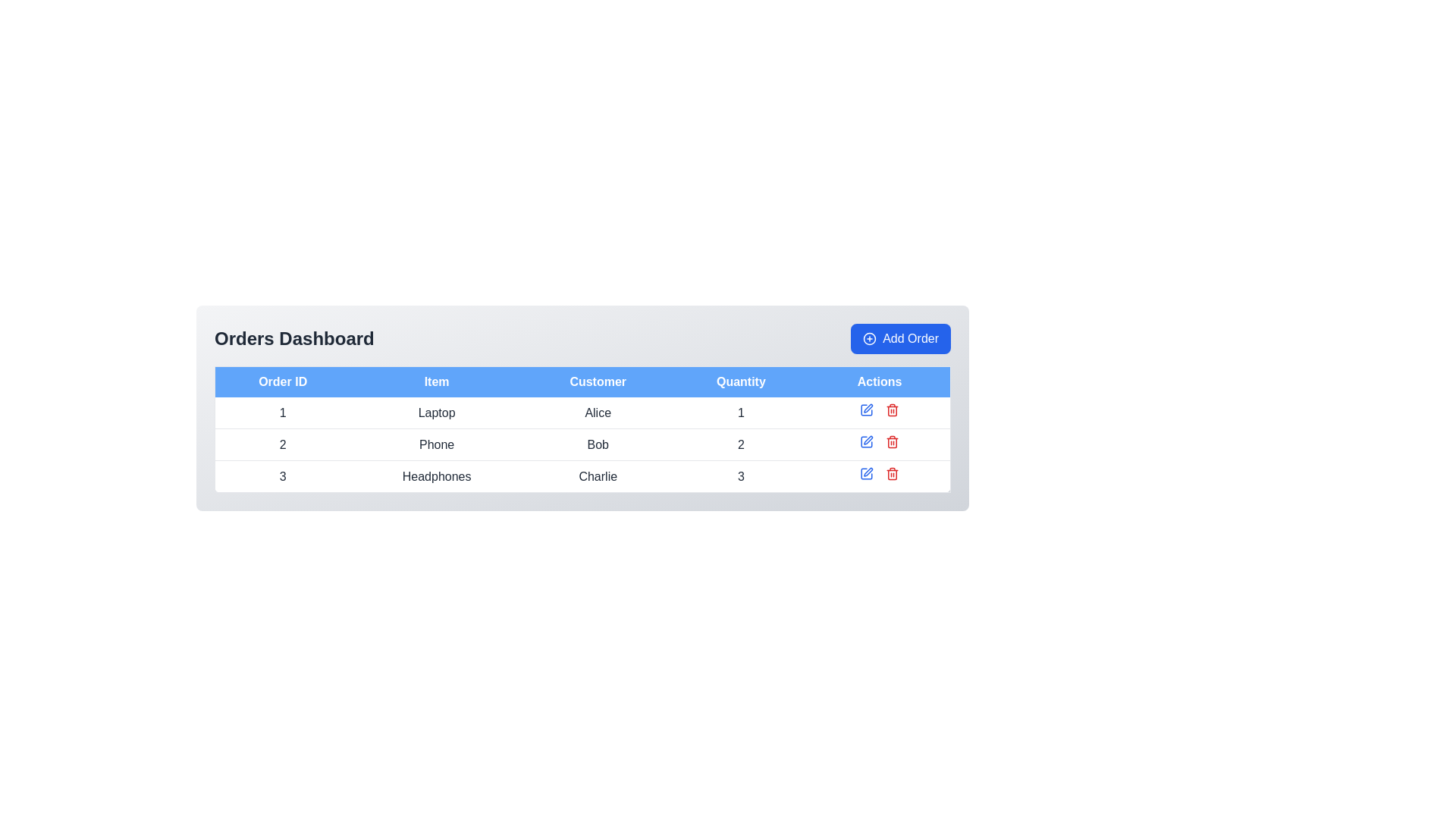  What do you see at coordinates (867, 409) in the screenshot?
I see `the blue pen icon button within the 'Actions' column of the table row corresponding to 'Phone' and 'Bob'` at bounding box center [867, 409].